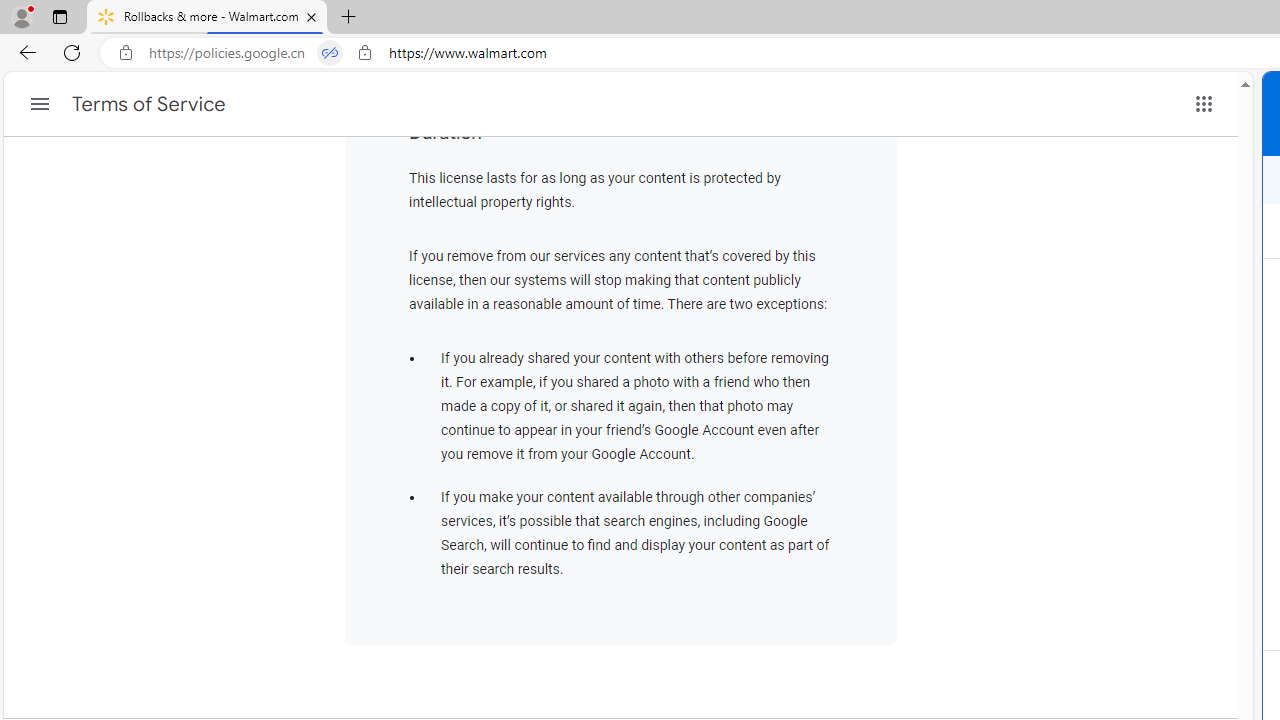 The width and height of the screenshot is (1280, 720). What do you see at coordinates (59, 16) in the screenshot?
I see `'Tab actions menu'` at bounding box center [59, 16].